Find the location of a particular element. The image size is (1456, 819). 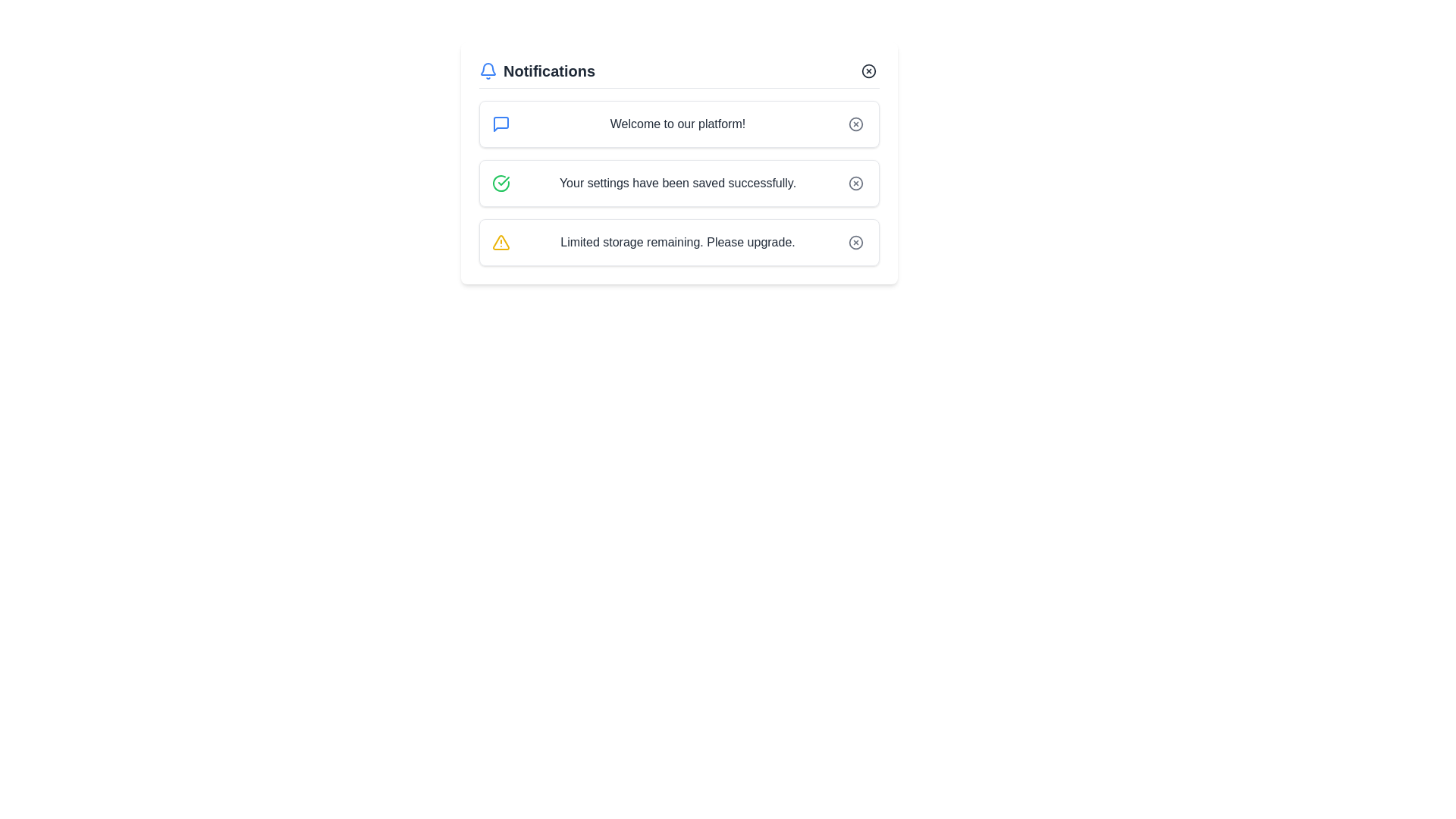

the text label displaying 'Limited storage remaining. Please upgrade.' located in the notification panel, which is the third item in a row with a light yellow background is located at coordinates (676, 242).